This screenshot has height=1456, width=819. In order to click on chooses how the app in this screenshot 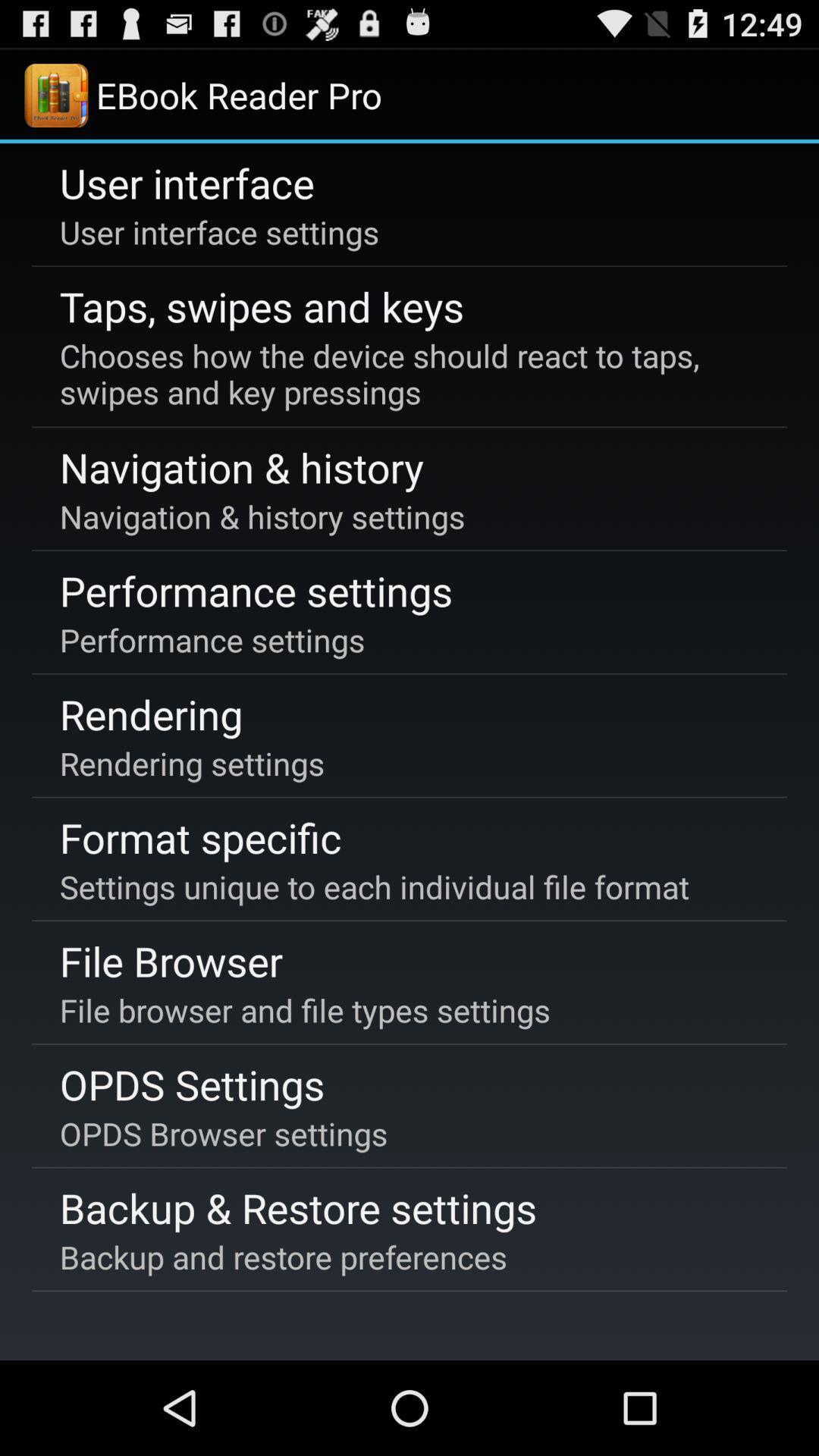, I will do `click(406, 374)`.